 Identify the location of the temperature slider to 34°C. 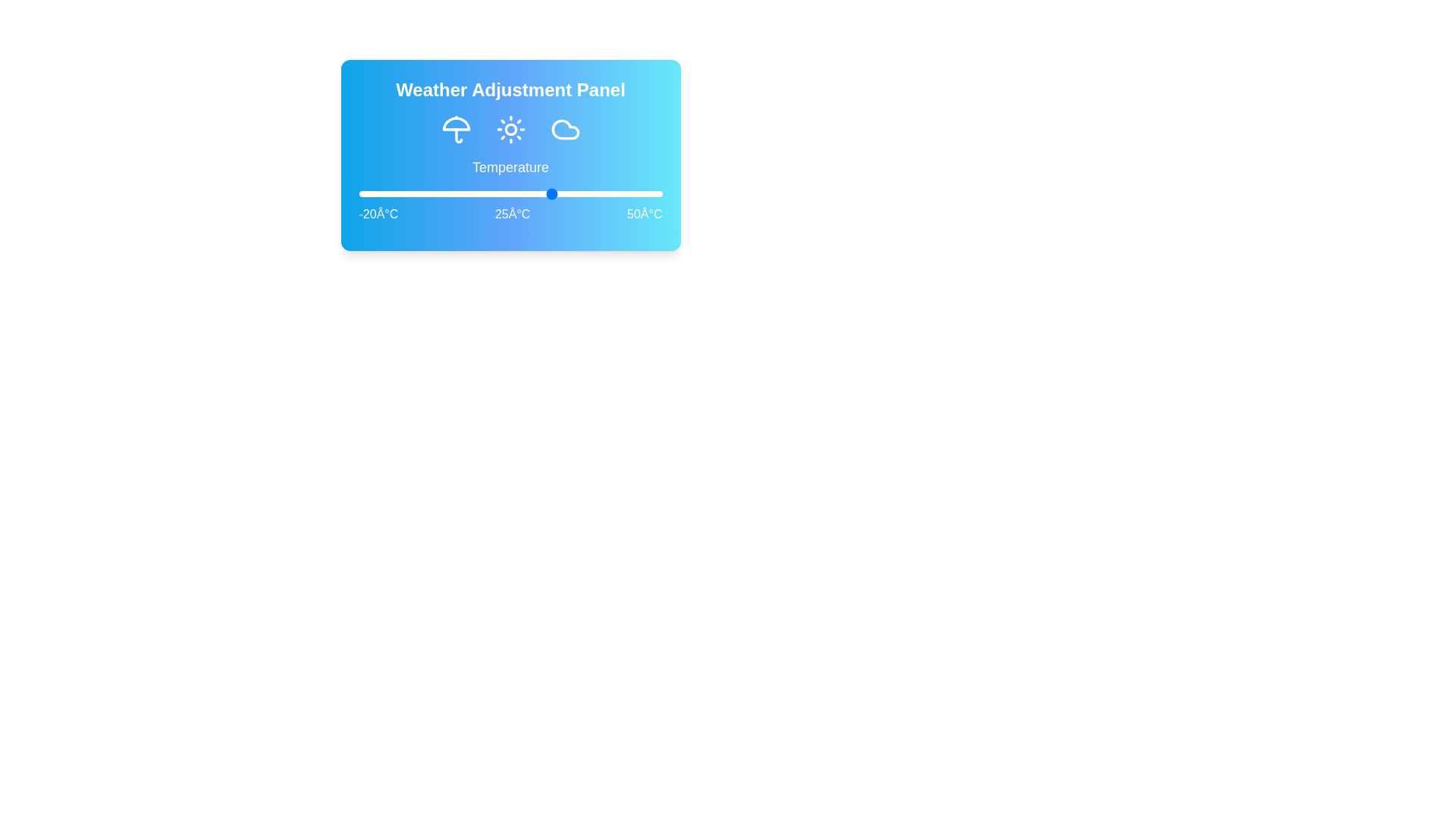
(592, 193).